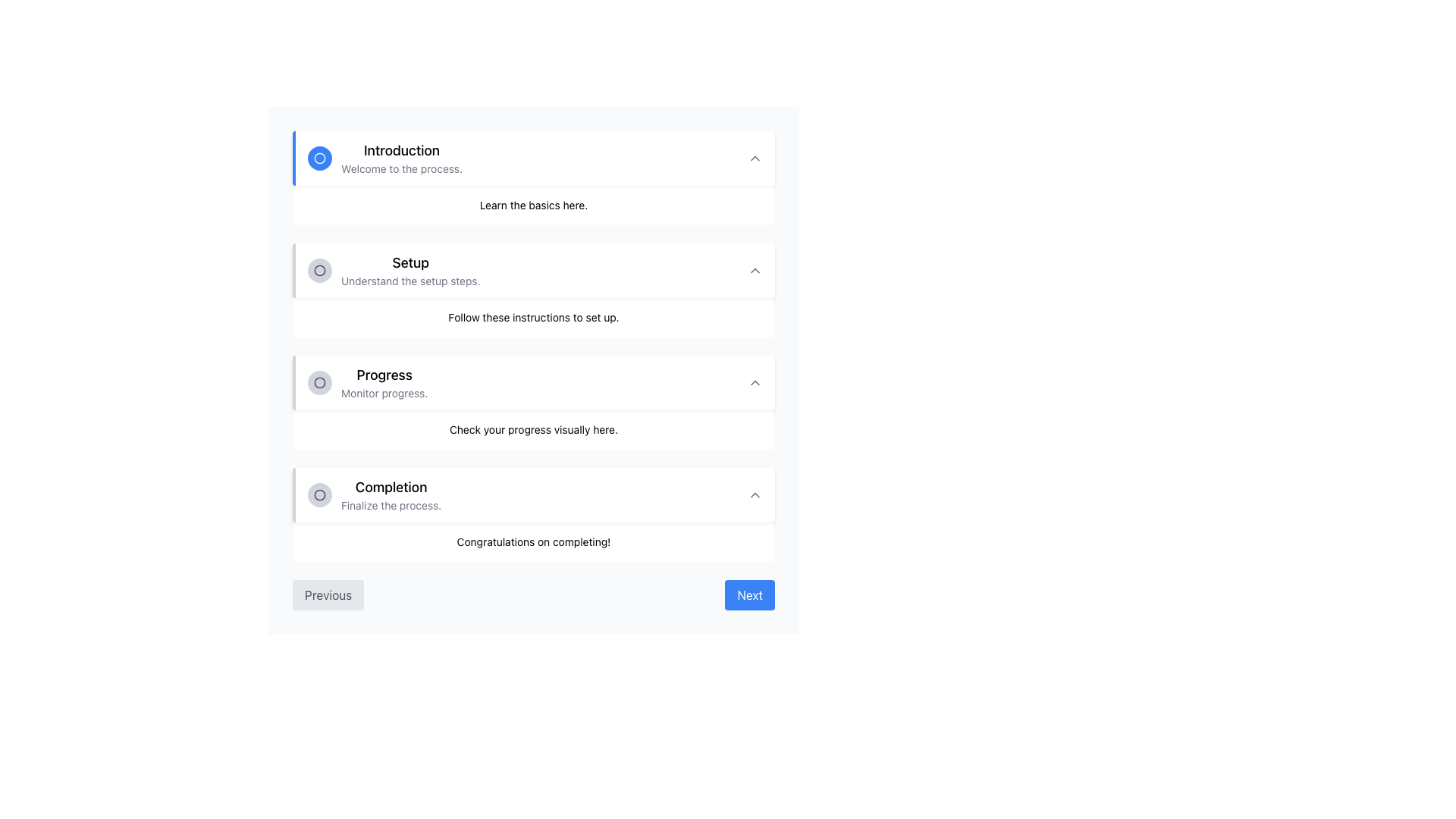  I want to click on the 'Setup' text section which includes a bold title and description, positioned between 'Introduction' and 'Progress' in the vertical list, so click(394, 270).